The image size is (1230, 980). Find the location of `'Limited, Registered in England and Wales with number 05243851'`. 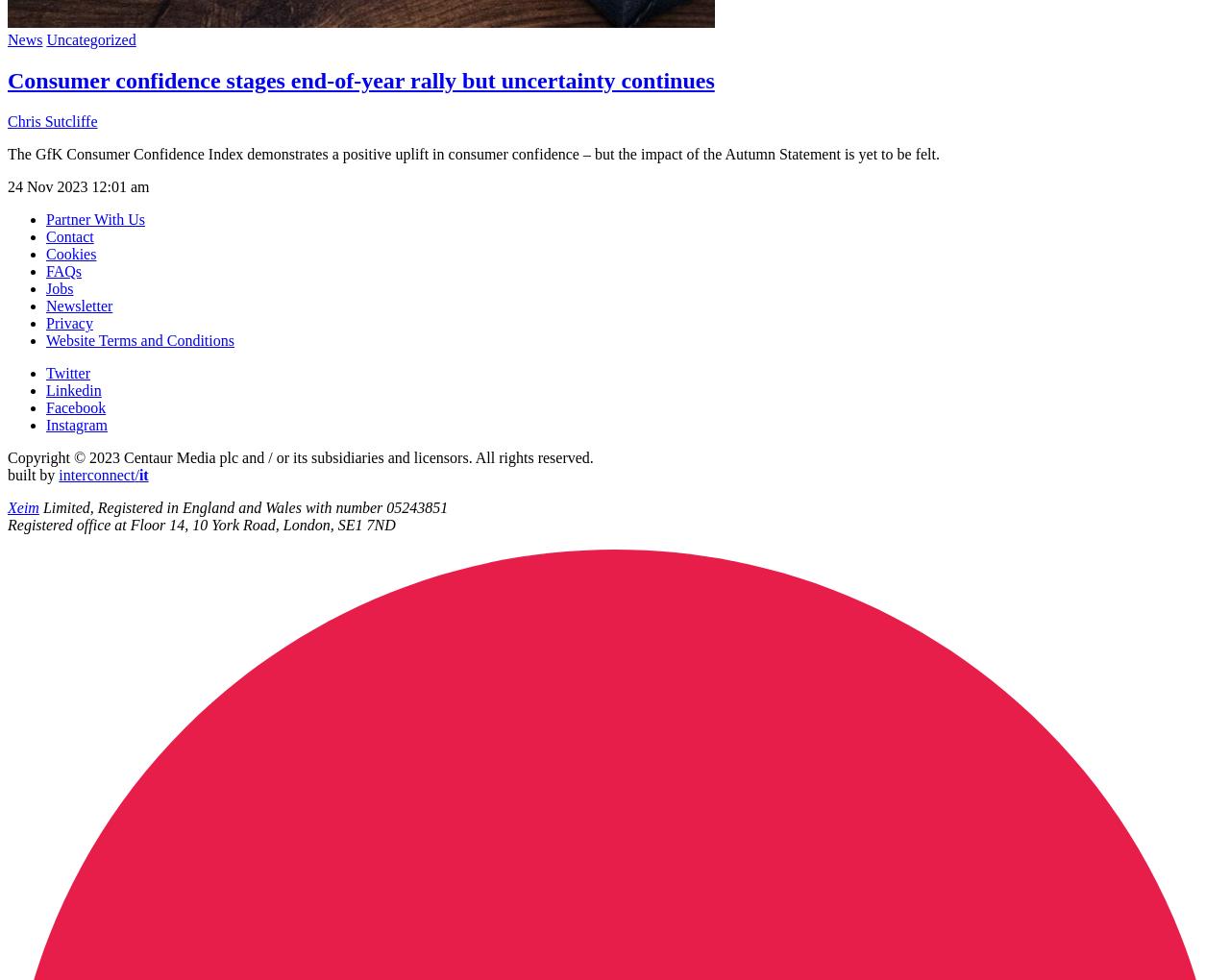

'Limited, Registered in England and Wales with number 05243851' is located at coordinates (242, 505).